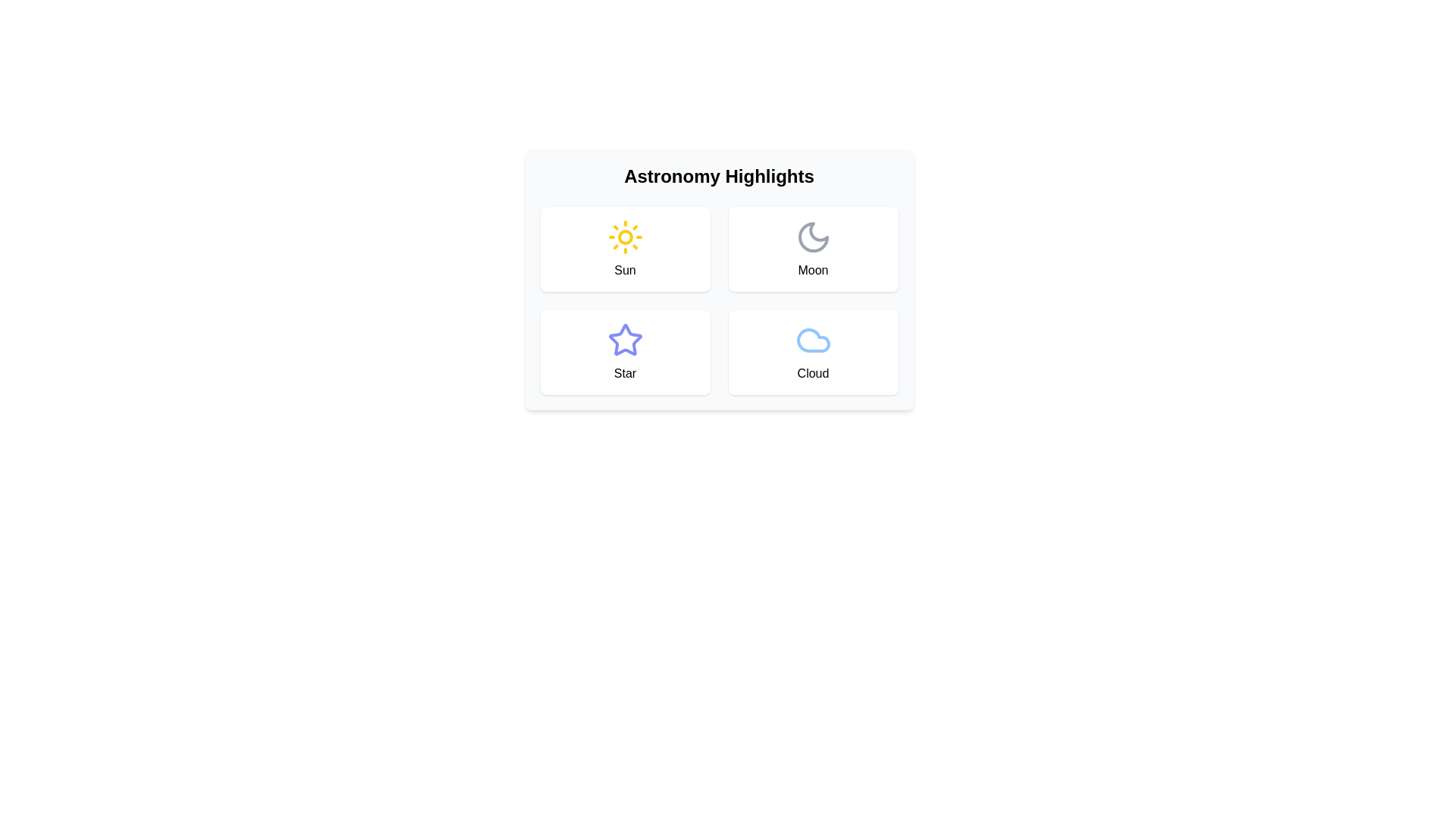  Describe the element at coordinates (625, 374) in the screenshot. I see `the Text label that identifies the card with 'Star' in the bottom-left card of the 'Astronomy Highlights' panel` at that location.